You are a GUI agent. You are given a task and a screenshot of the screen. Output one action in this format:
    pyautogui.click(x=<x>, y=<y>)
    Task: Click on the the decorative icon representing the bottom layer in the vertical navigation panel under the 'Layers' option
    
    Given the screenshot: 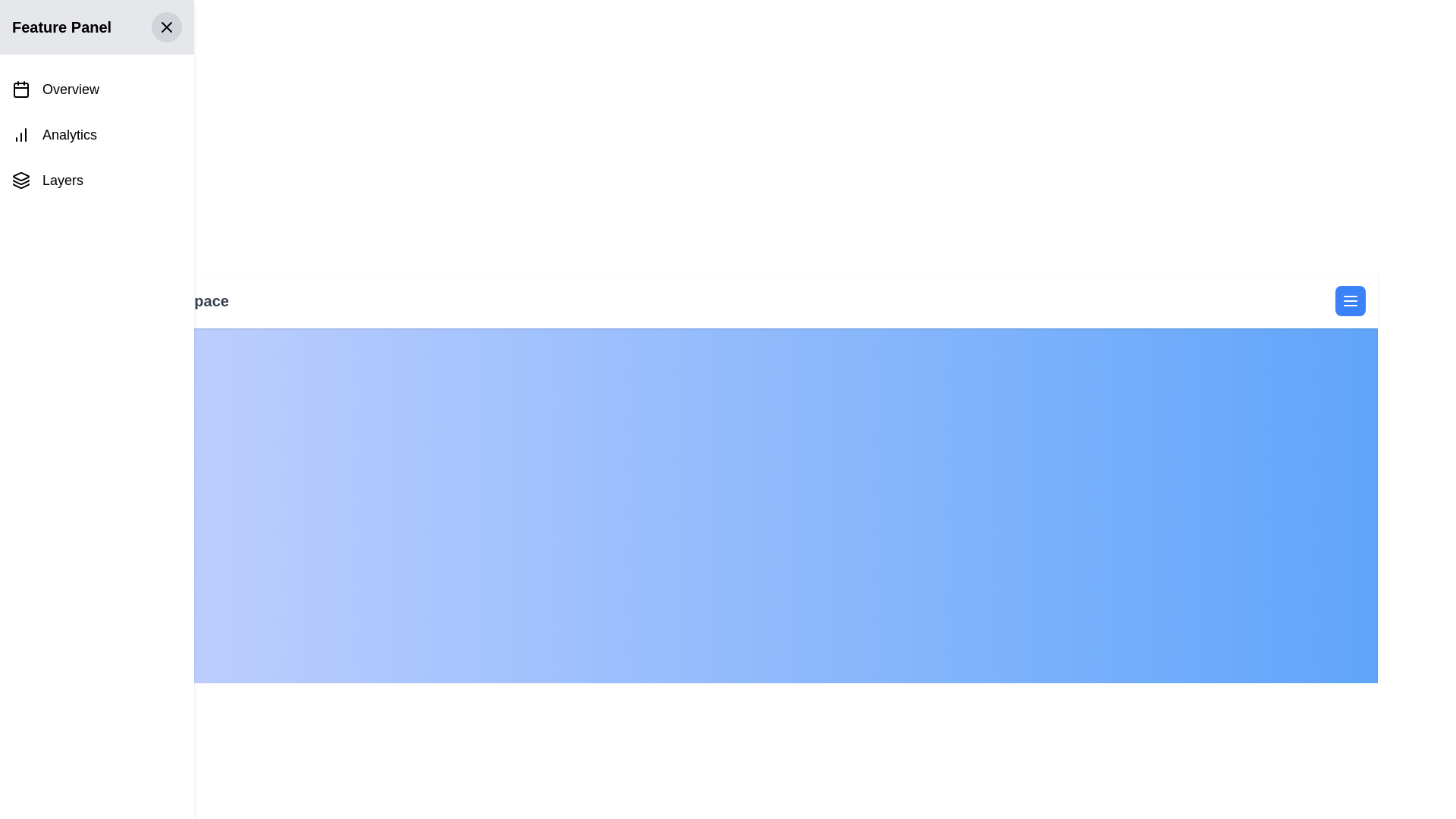 What is the action you would take?
    pyautogui.click(x=21, y=185)
    